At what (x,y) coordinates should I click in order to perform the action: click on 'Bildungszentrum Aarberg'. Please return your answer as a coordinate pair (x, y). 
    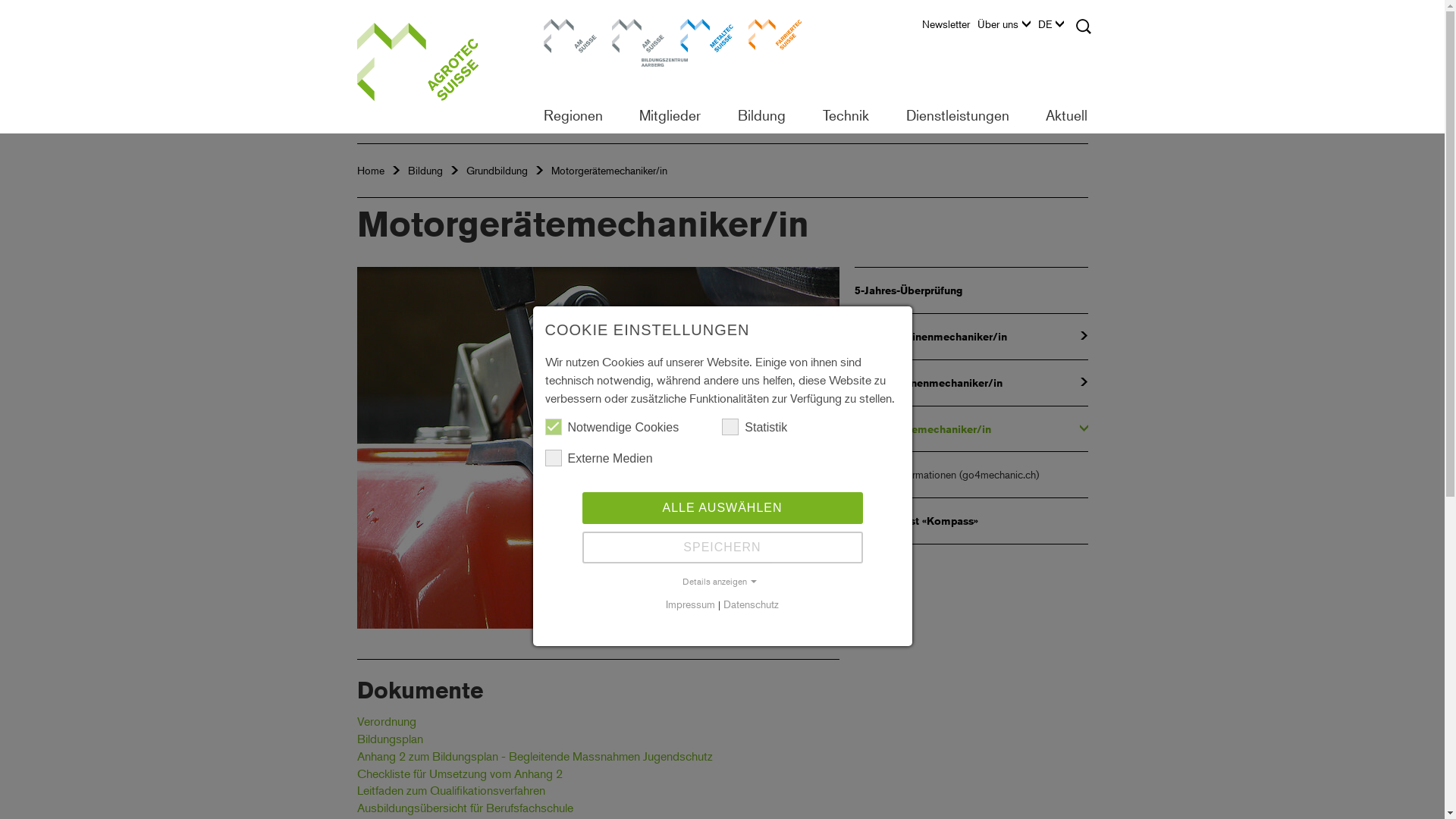
    Looking at the image, I should click on (637, 45).